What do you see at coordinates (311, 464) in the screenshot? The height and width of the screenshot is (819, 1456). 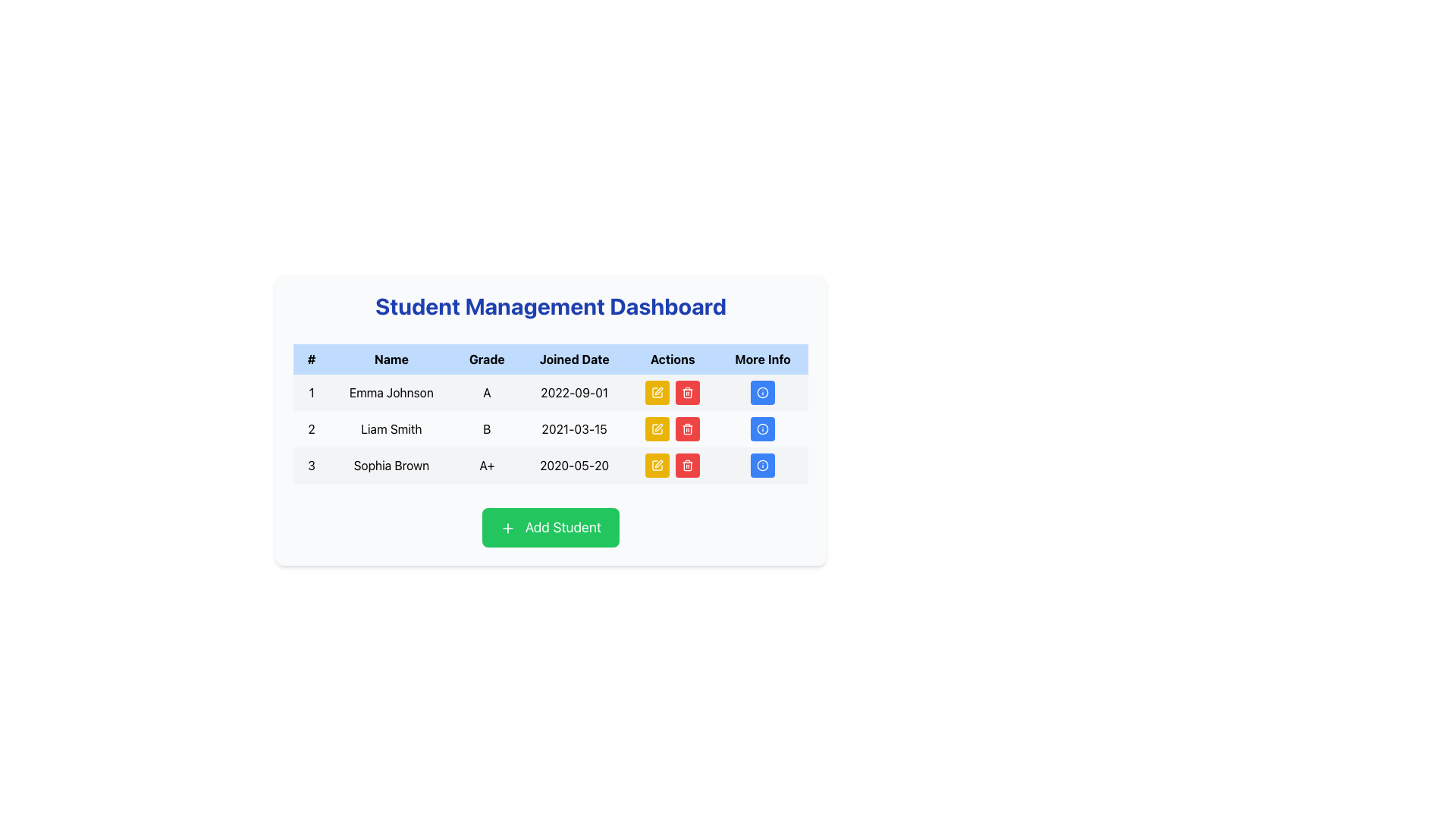 I see `number displayed in the table cell containing the text '3', which is located in the third row of the leftmost column` at bounding box center [311, 464].